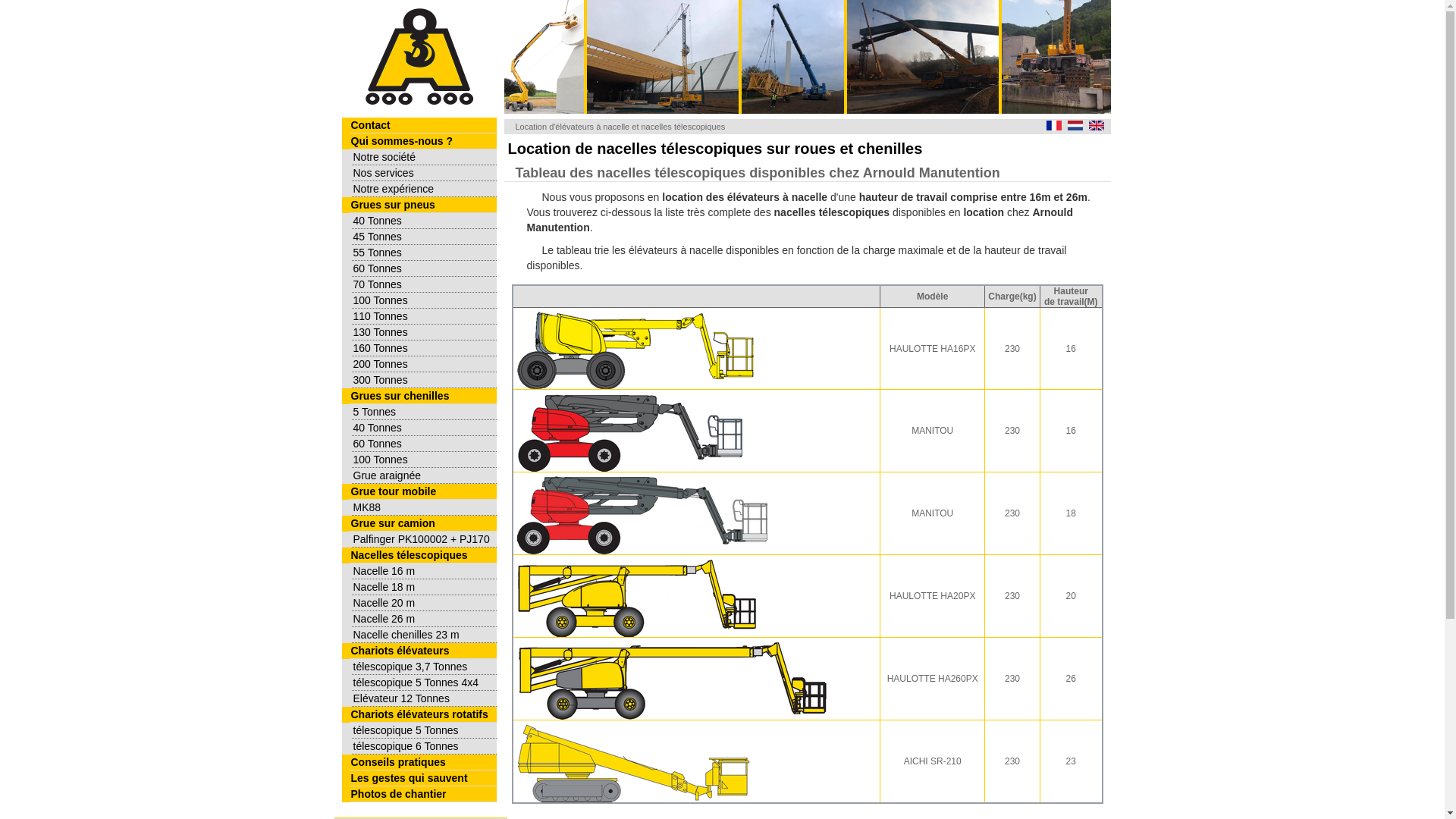  I want to click on '160 Tonnes', so click(424, 348).